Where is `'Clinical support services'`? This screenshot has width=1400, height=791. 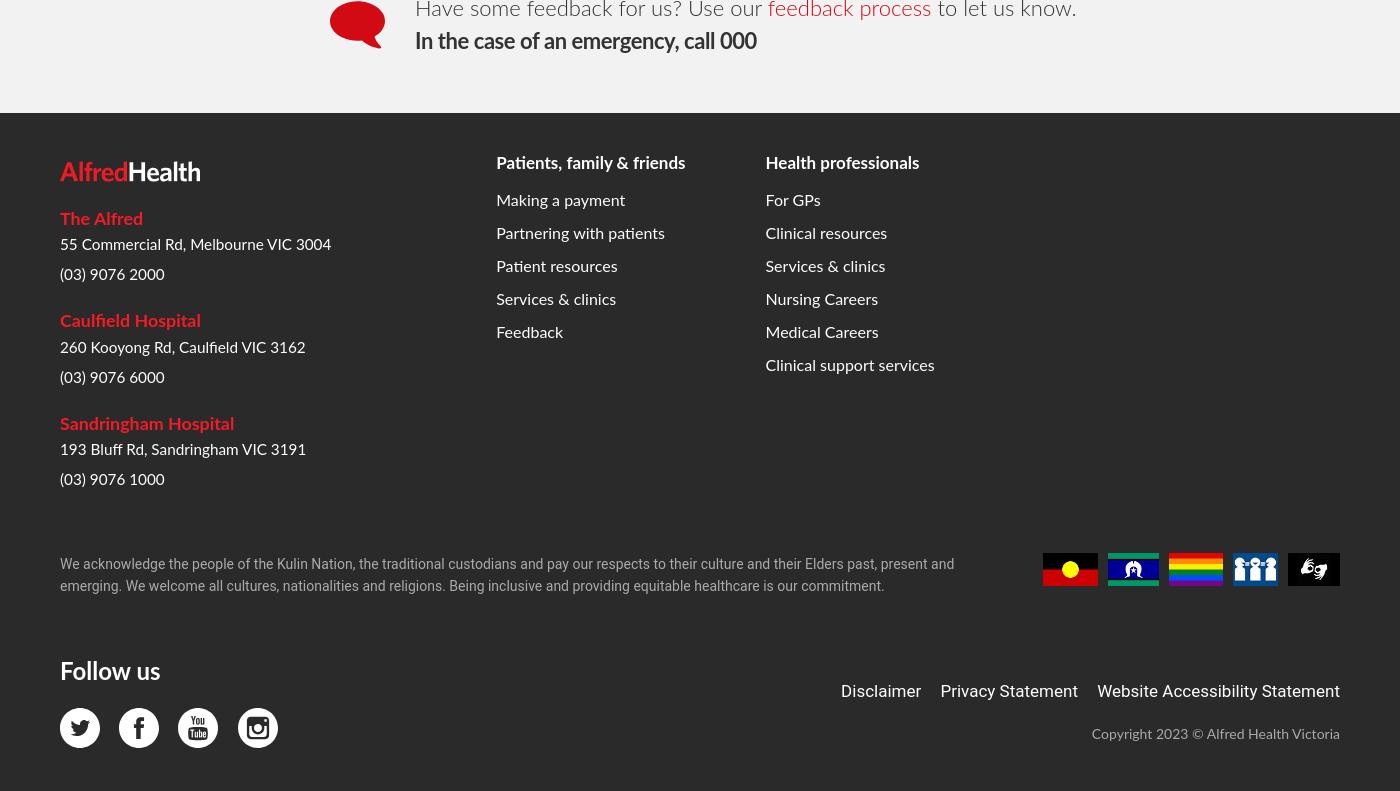
'Clinical support services' is located at coordinates (849, 42).